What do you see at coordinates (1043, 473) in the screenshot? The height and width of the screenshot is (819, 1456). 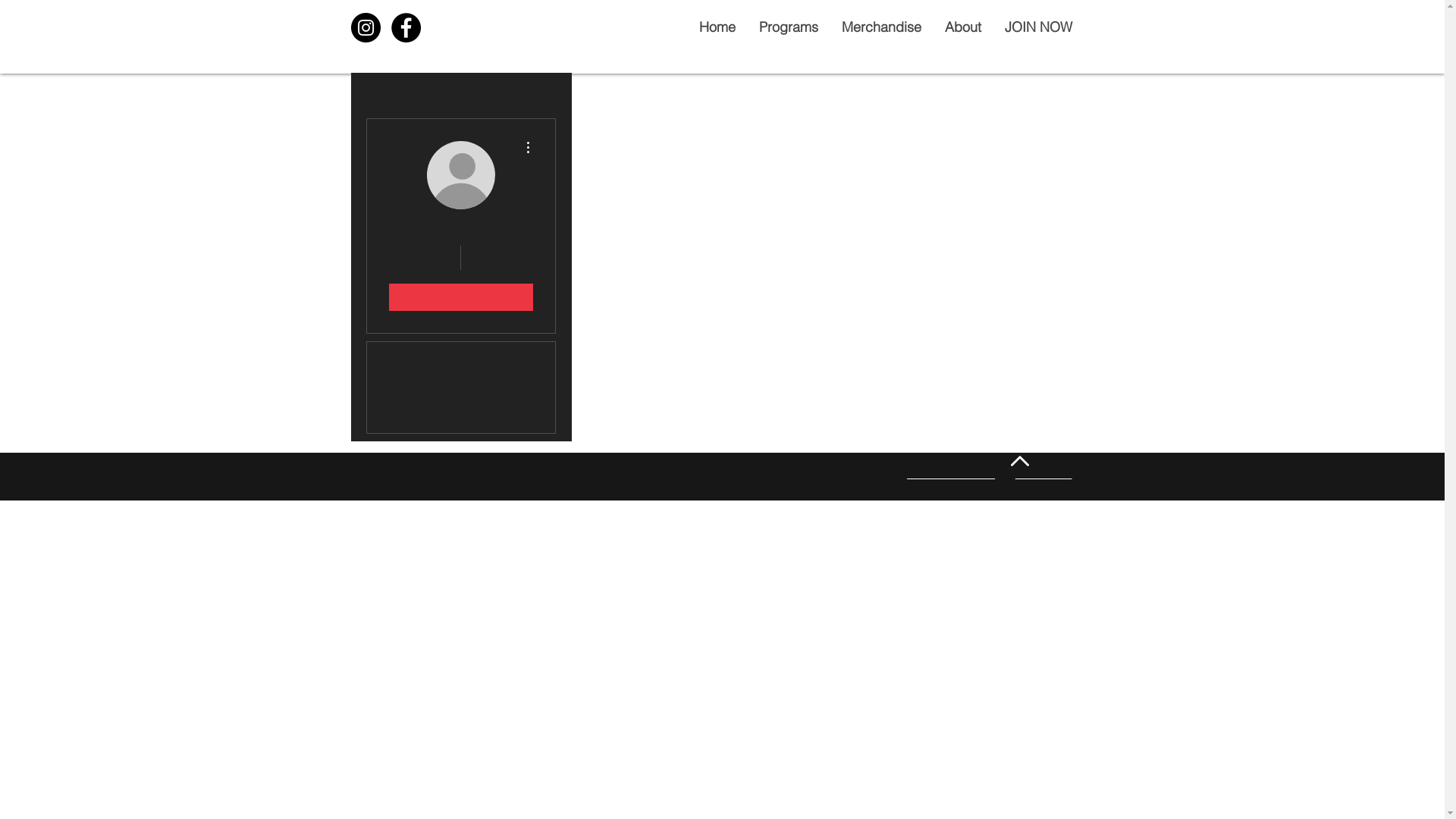 I see `'Privacy Policy'` at bounding box center [1043, 473].